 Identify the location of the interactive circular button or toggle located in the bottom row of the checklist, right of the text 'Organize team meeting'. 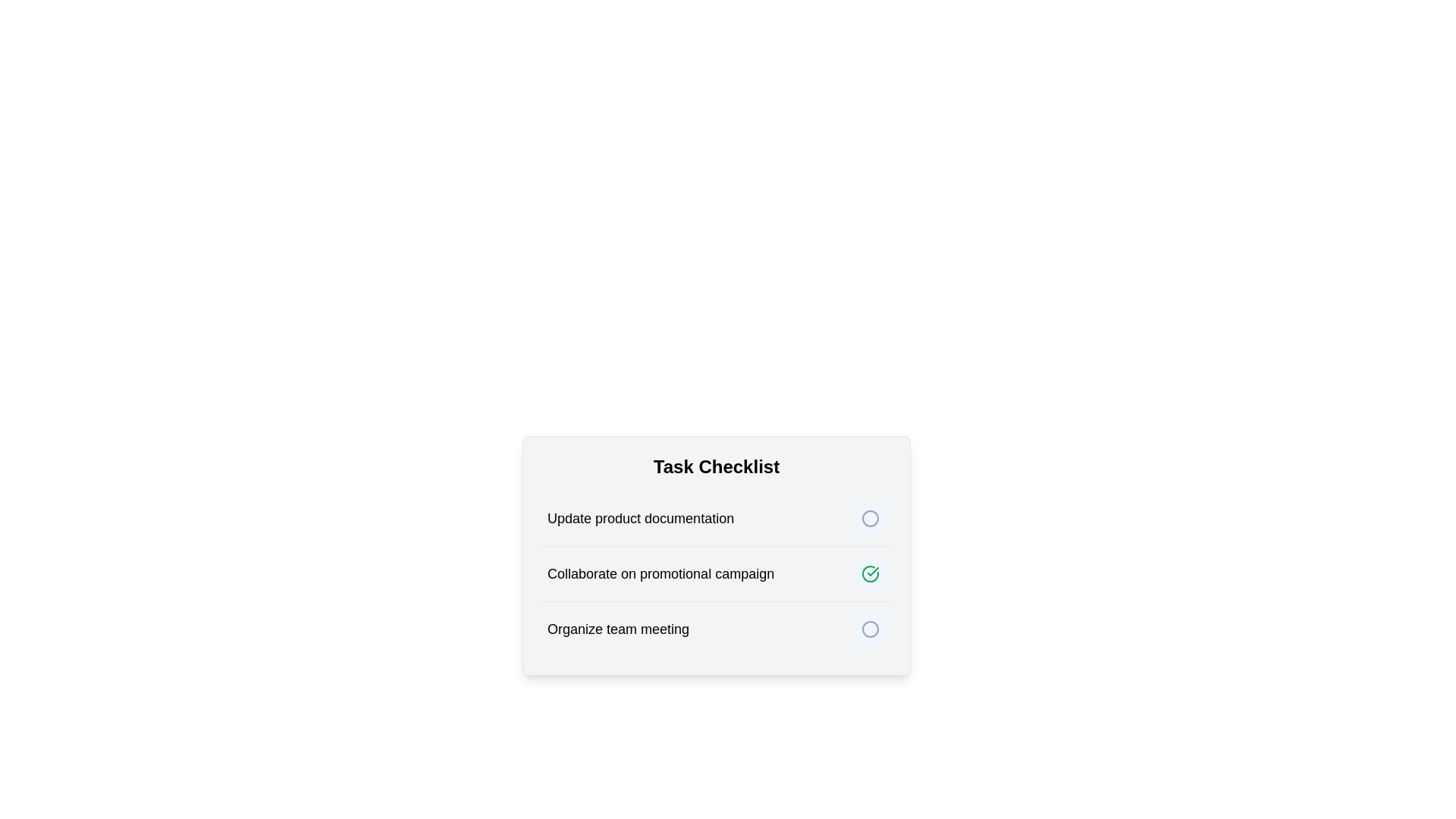
(870, 629).